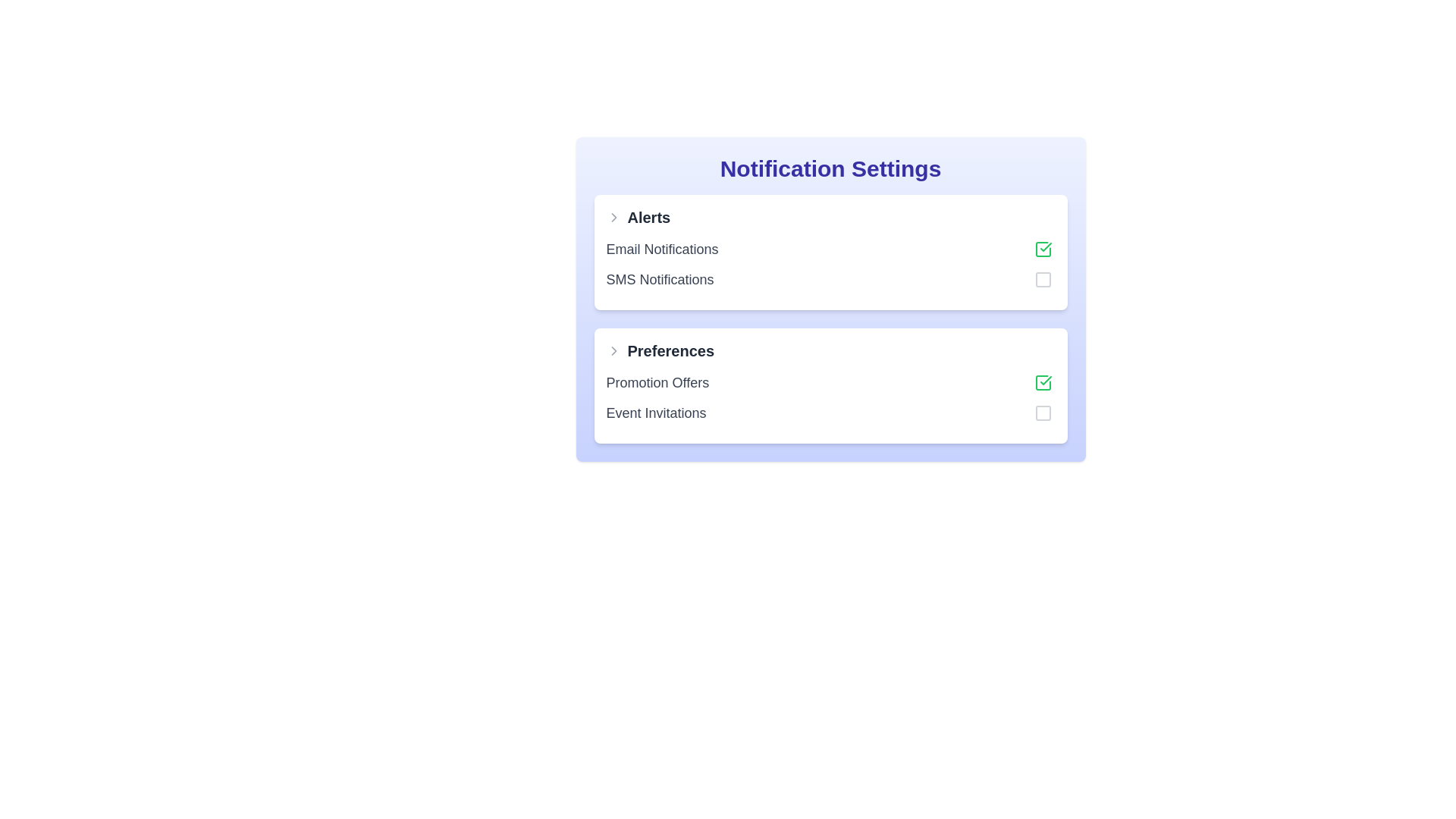  I want to click on the green checkmark icon in the 'Notification Settings' panel, which symbolizes an enabled state, so click(1042, 248).